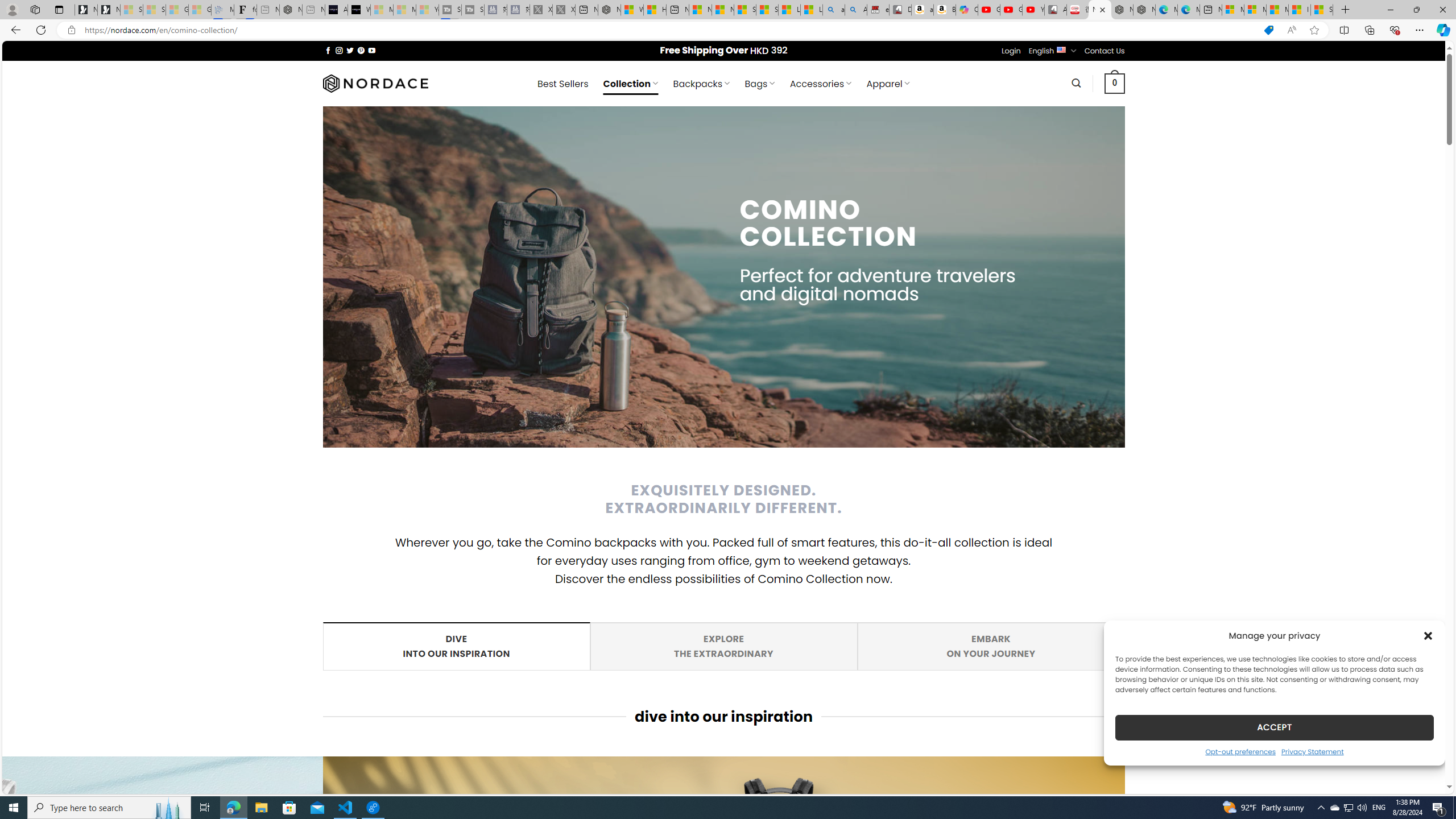 The height and width of the screenshot is (819, 1456). Describe the element at coordinates (1033, 9) in the screenshot. I see `'YouTube Kids - An App Created for Kids to Explore Content'` at that location.